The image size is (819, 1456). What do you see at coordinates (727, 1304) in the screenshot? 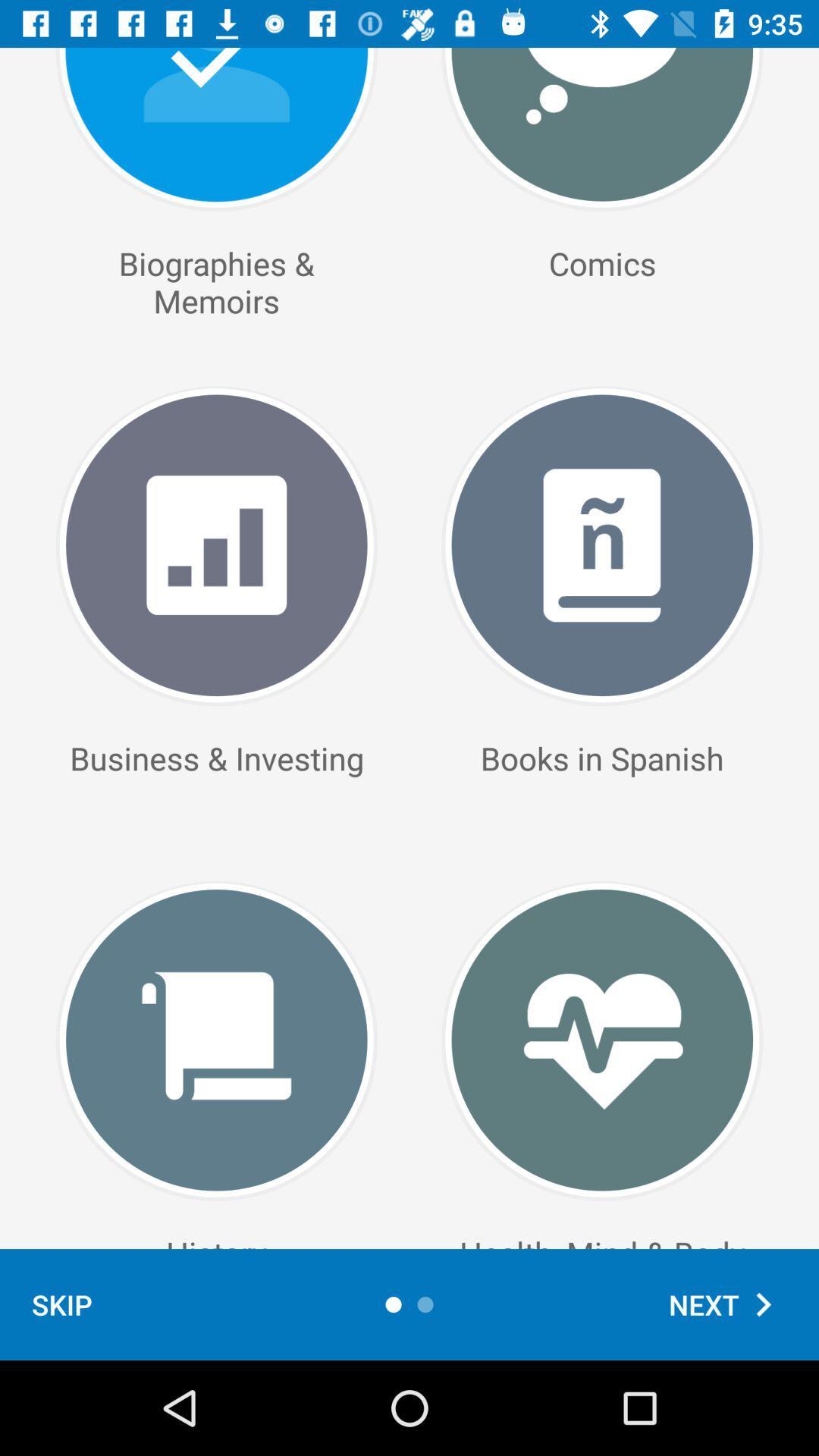
I see `next` at bounding box center [727, 1304].